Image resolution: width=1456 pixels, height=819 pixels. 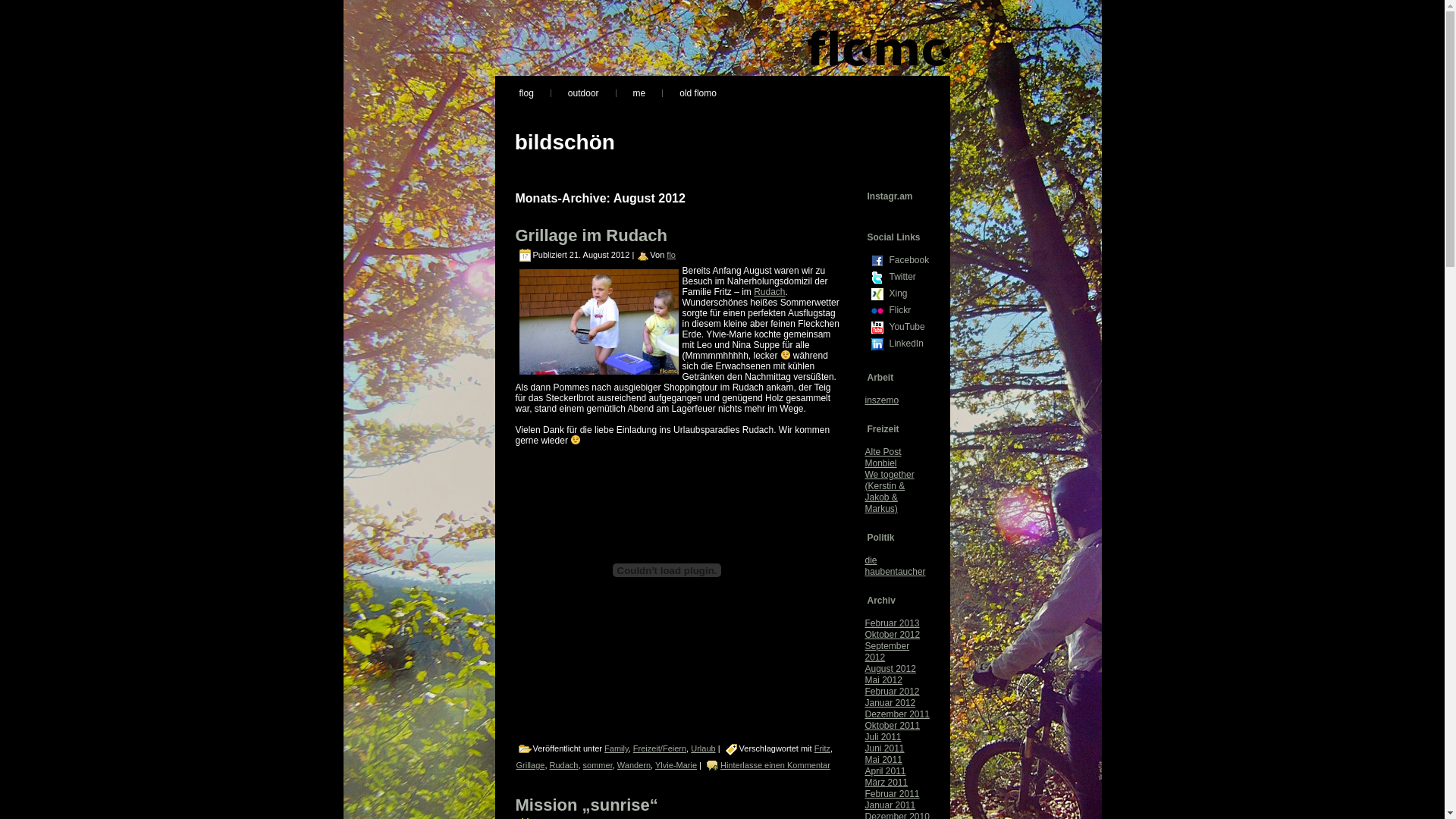 What do you see at coordinates (697, 93) in the screenshot?
I see `'old flomo'` at bounding box center [697, 93].